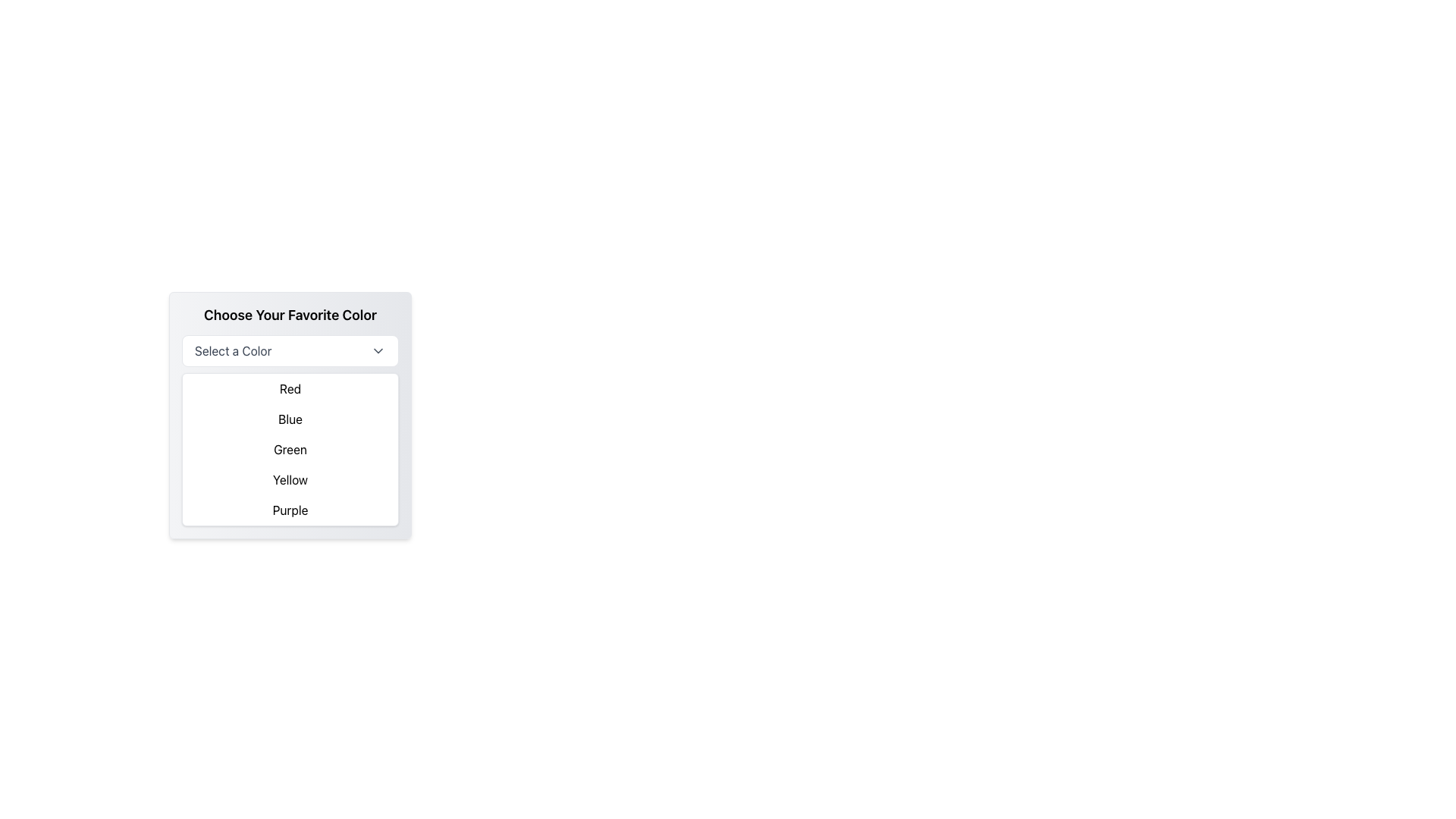 The width and height of the screenshot is (1456, 819). What do you see at coordinates (290, 449) in the screenshot?
I see `the List item menu option displaying 'Green'` at bounding box center [290, 449].